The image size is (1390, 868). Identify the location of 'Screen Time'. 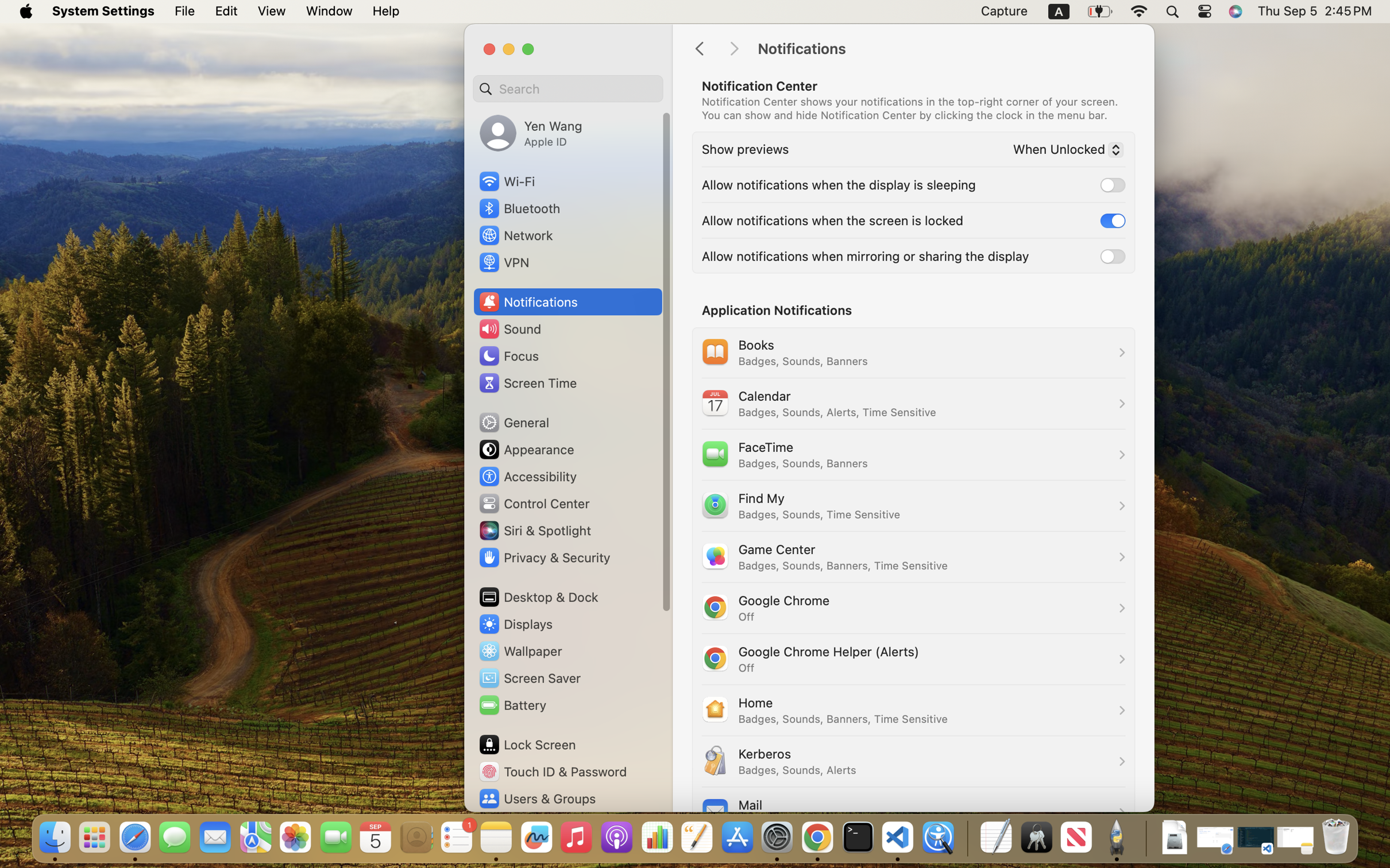
(527, 382).